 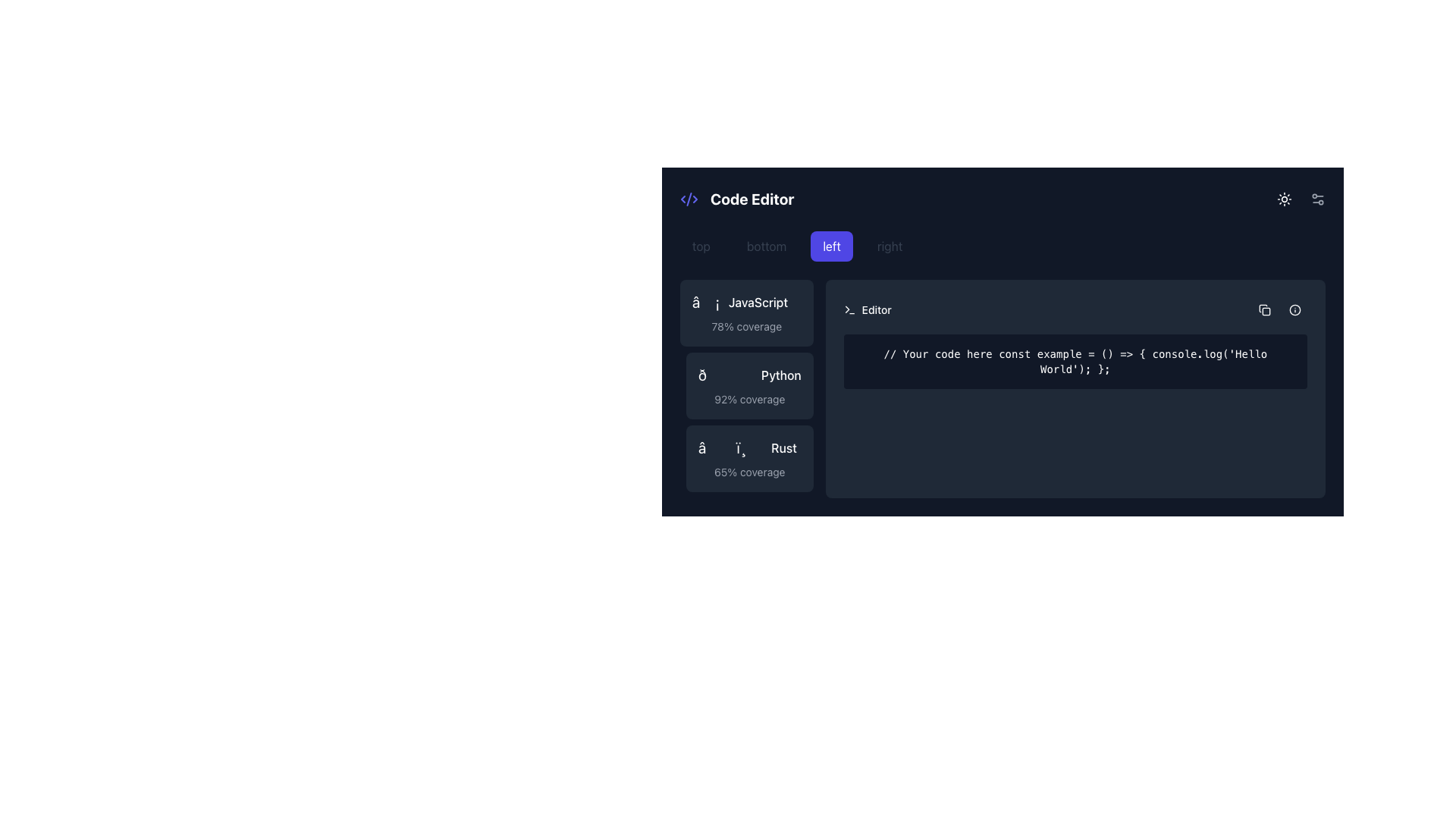 I want to click on the lightning bolt icon located to the left of the 'JavaScript' text in the programming language module, so click(x=705, y=302).